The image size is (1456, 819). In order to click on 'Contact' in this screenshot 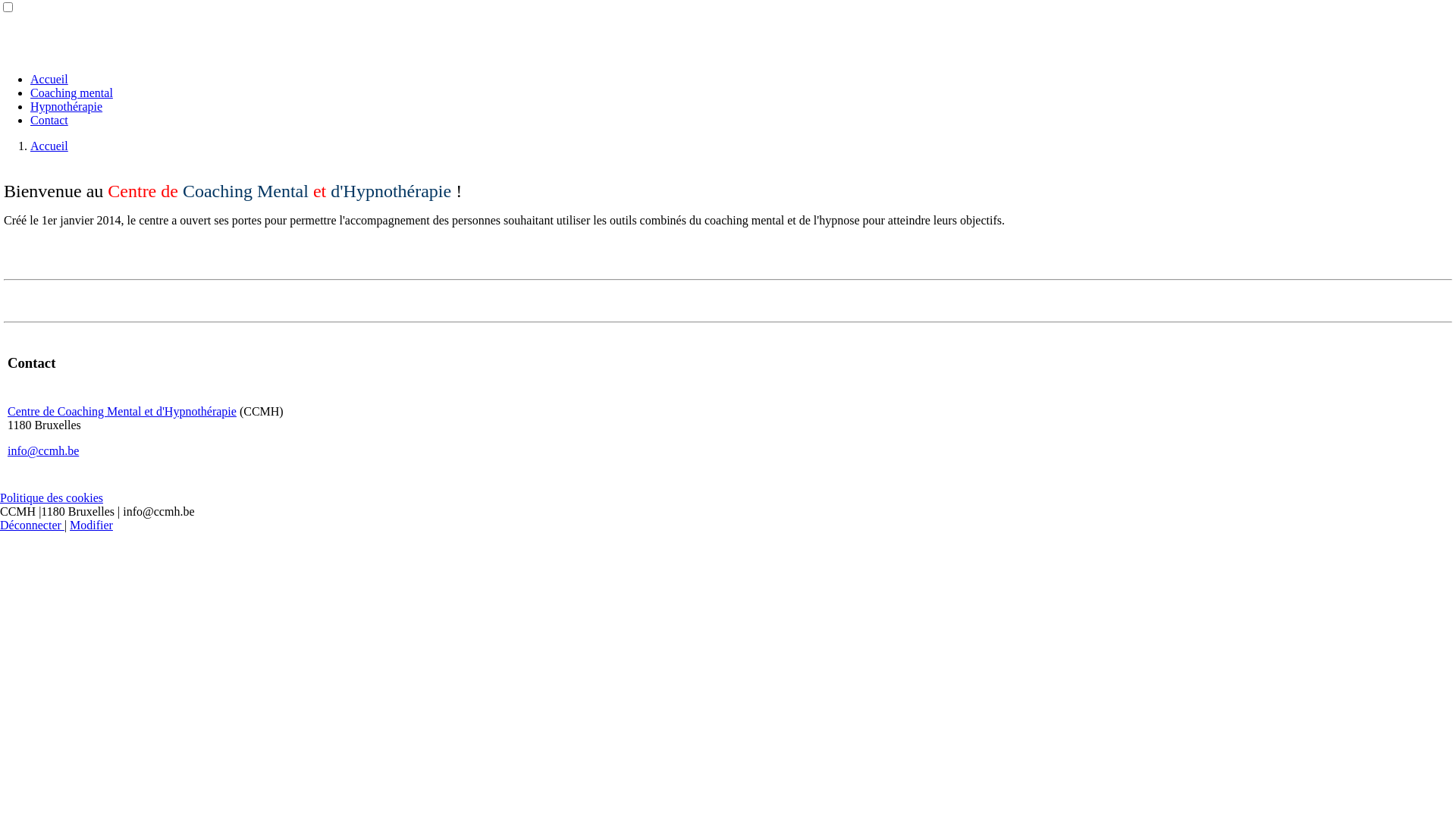, I will do `click(49, 119)`.